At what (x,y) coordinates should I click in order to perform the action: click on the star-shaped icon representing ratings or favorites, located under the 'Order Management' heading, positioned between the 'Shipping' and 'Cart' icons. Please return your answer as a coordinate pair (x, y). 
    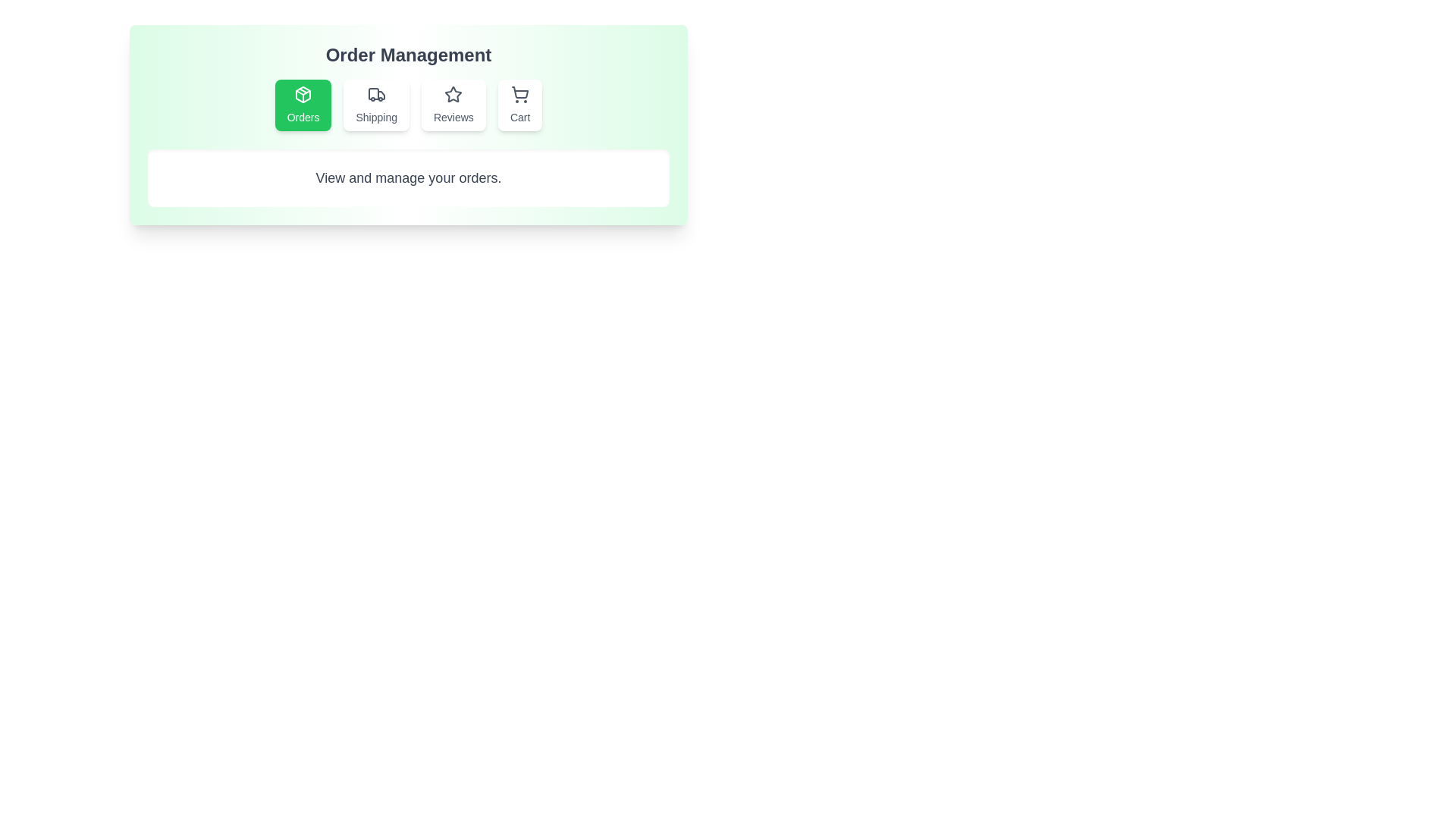
    Looking at the image, I should click on (453, 94).